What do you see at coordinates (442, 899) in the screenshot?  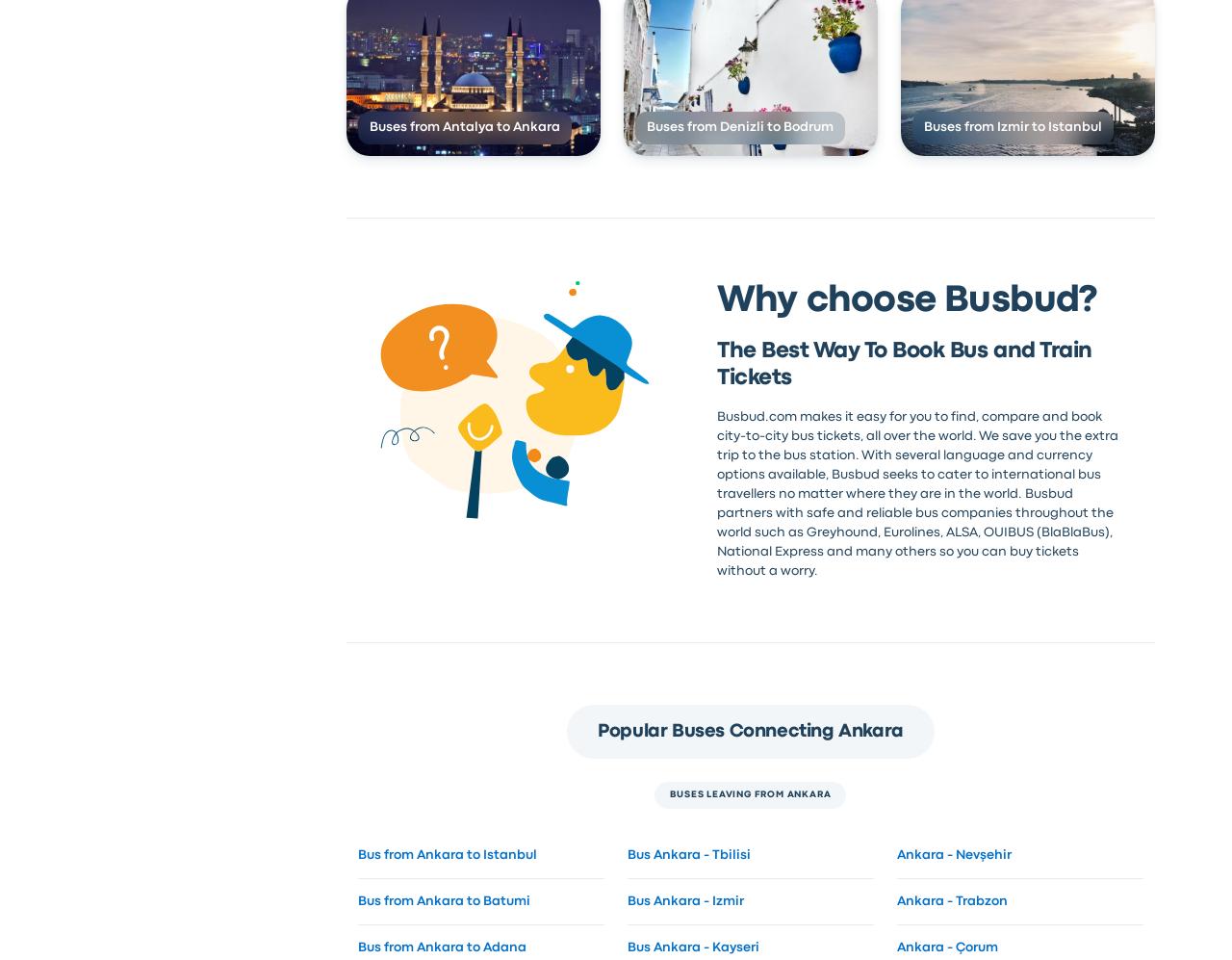 I see `'Bus from Ankara to Batumi'` at bounding box center [442, 899].